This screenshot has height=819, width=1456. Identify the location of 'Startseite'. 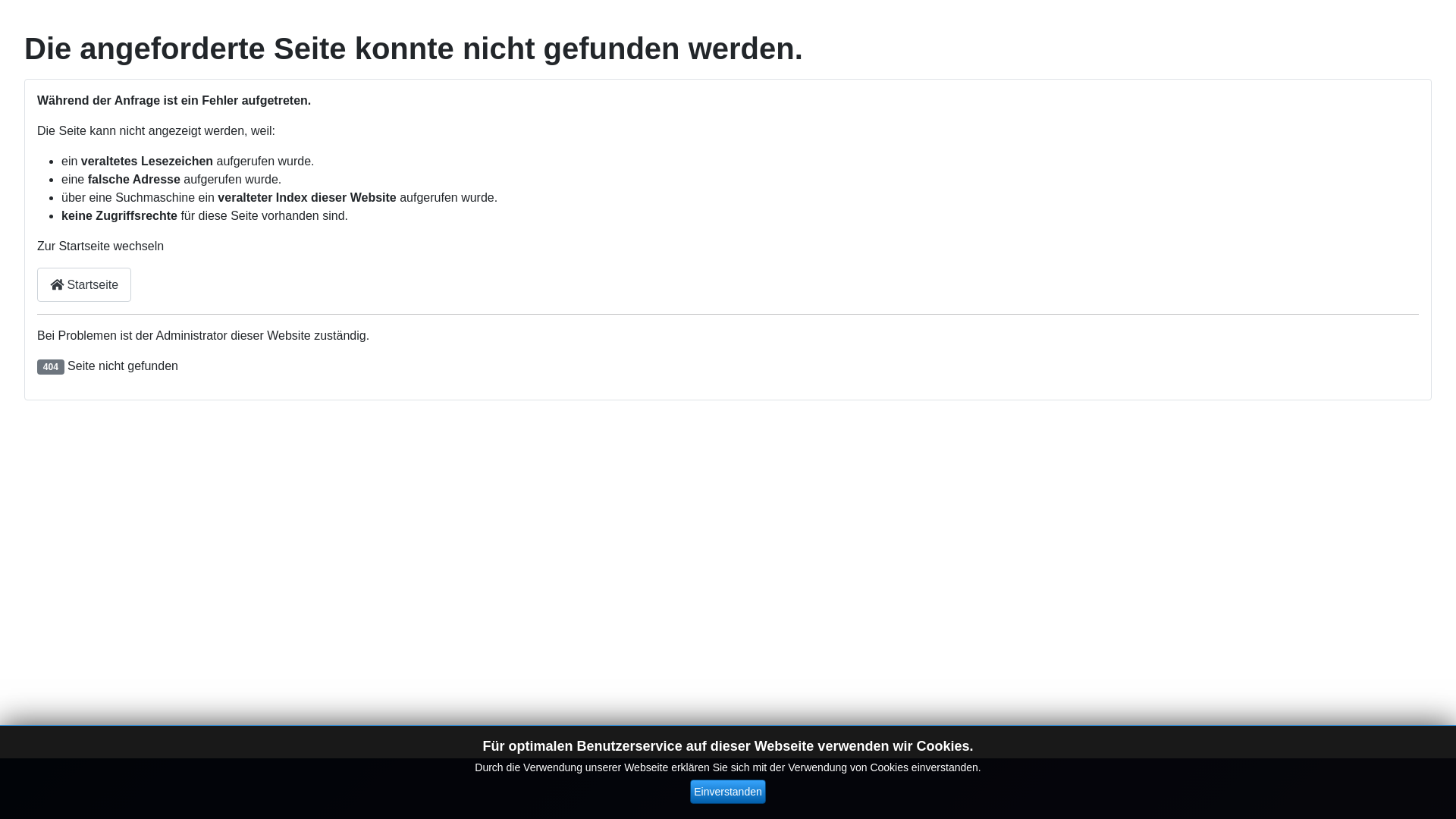
(83, 284).